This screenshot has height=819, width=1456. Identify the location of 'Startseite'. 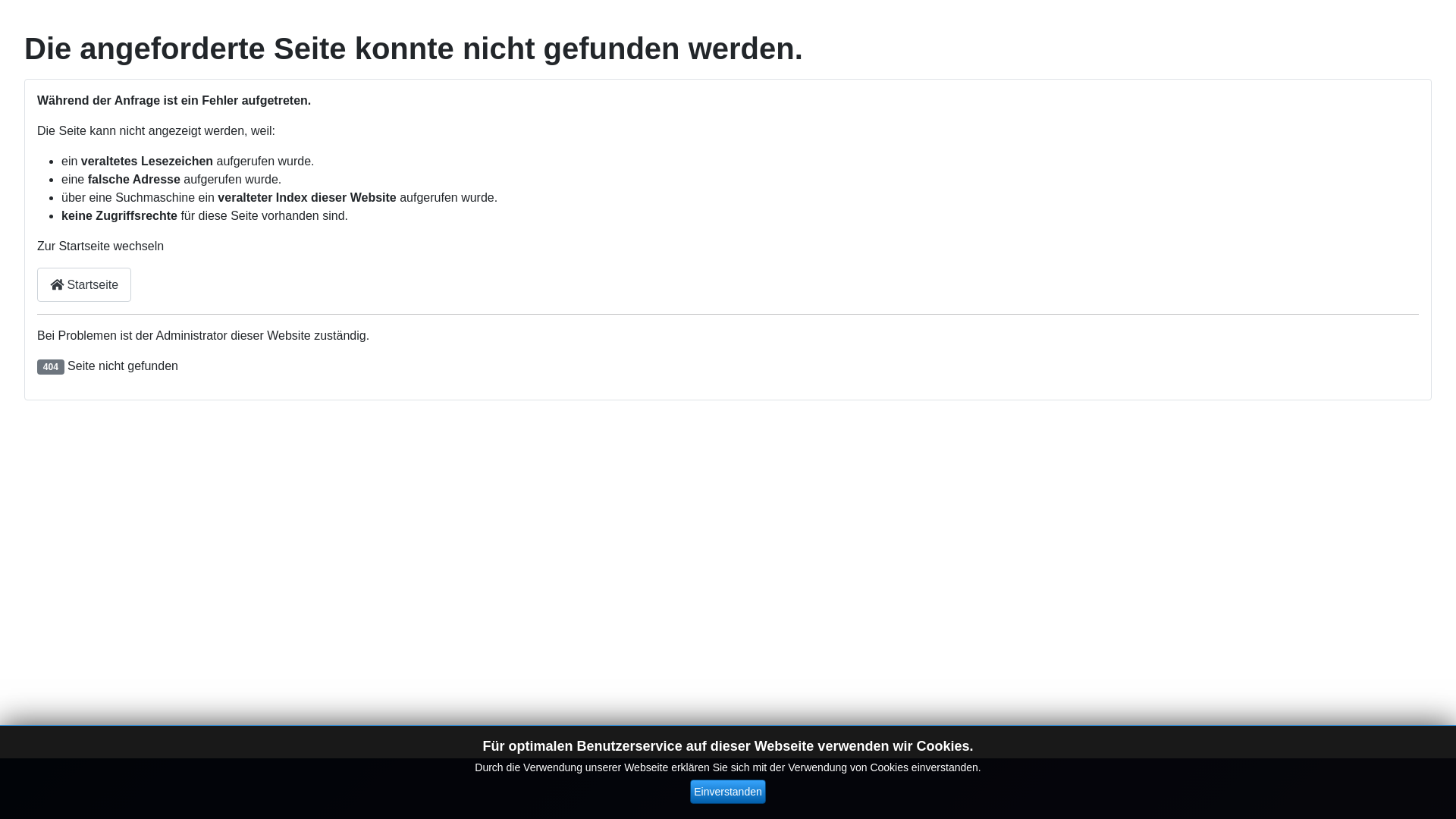
(83, 284).